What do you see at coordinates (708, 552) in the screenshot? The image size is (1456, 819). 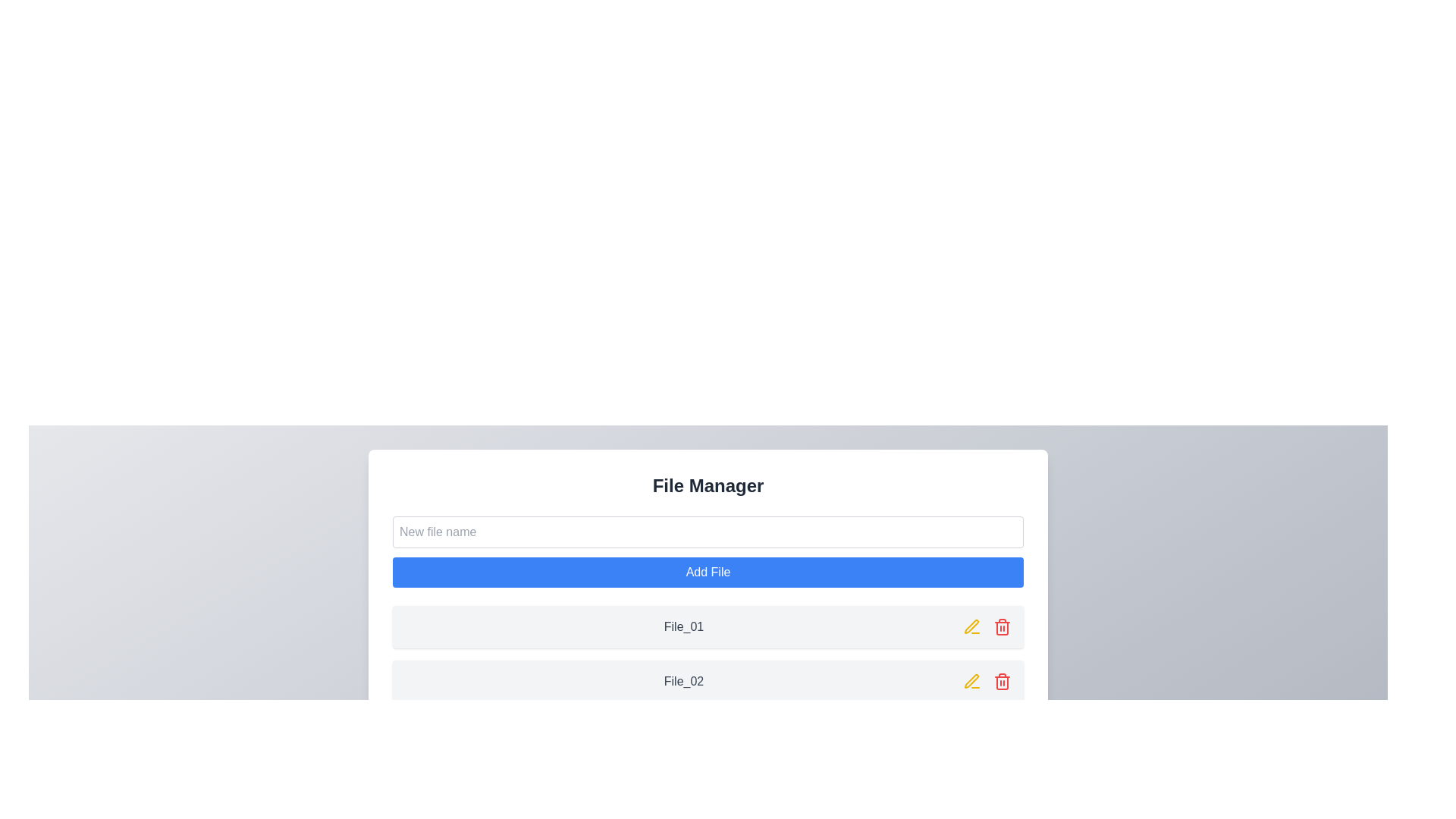 I see `the 'Add File' button located below the 'New file name' text input field in the 'File Manager' dialog` at bounding box center [708, 552].